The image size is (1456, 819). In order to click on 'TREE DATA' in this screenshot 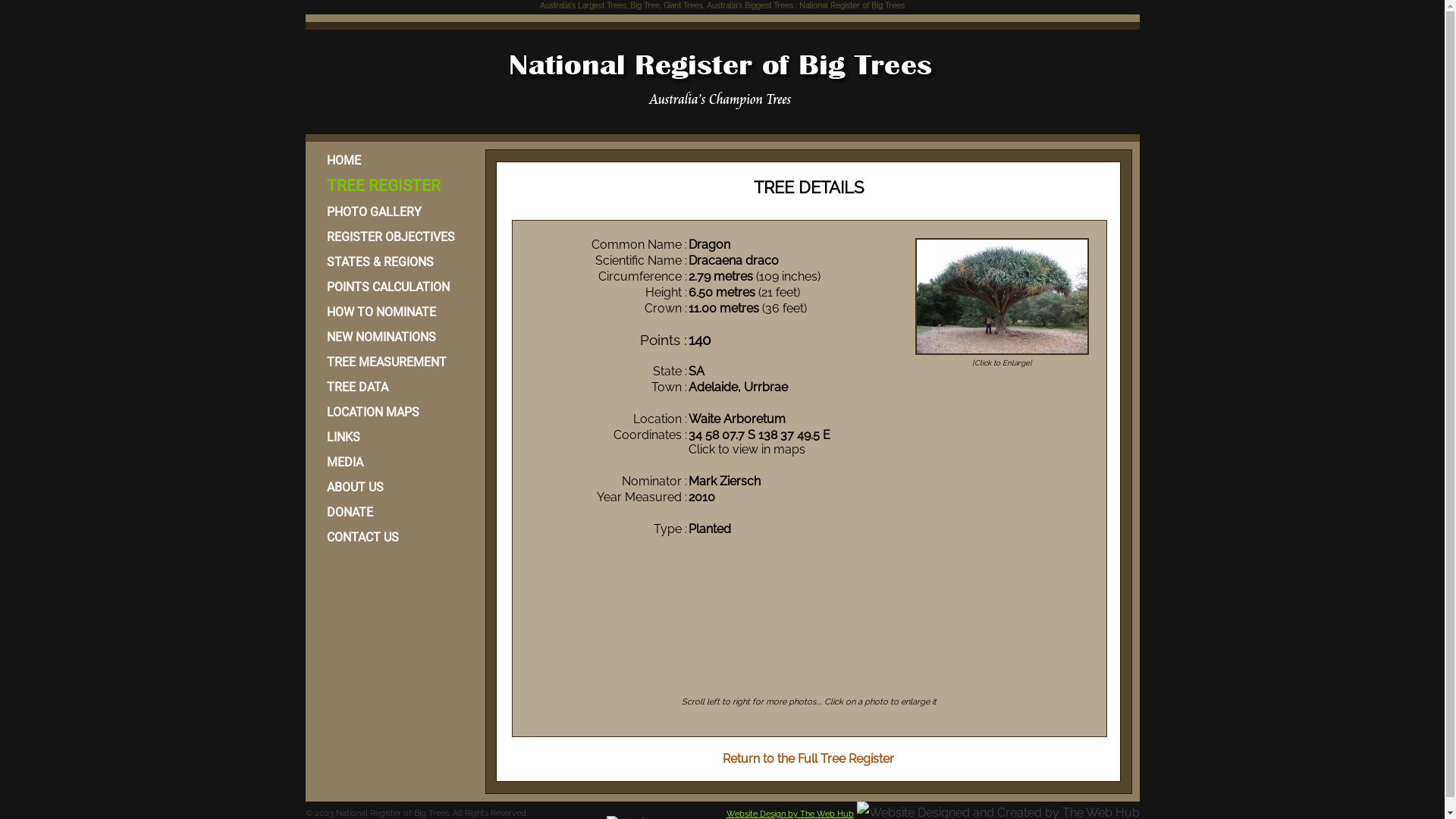, I will do `click(393, 386)`.